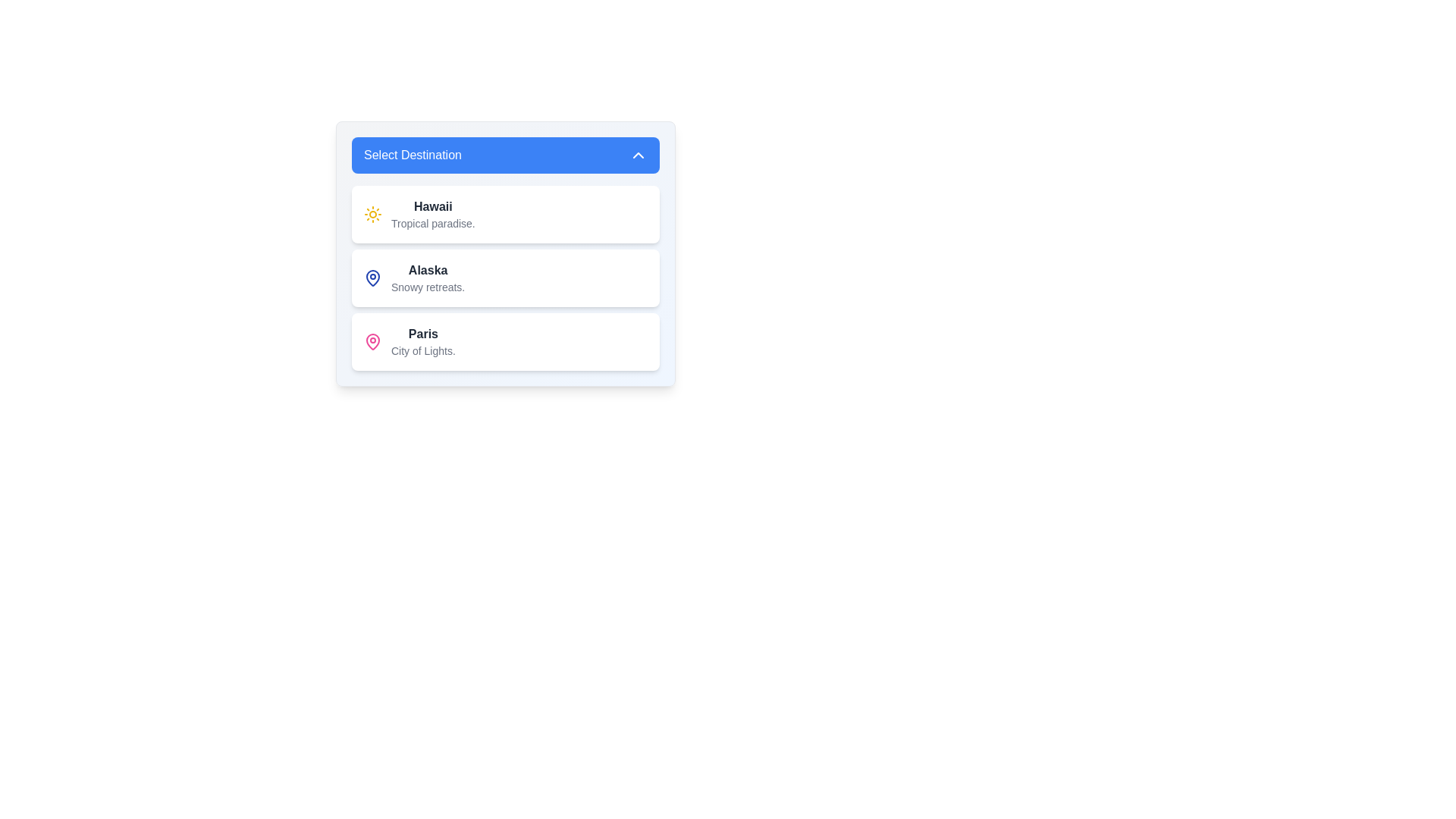 The width and height of the screenshot is (1456, 819). Describe the element at coordinates (423, 350) in the screenshot. I see `the descriptive text label located underneath the 'Paris' title in the dropdown list` at that location.